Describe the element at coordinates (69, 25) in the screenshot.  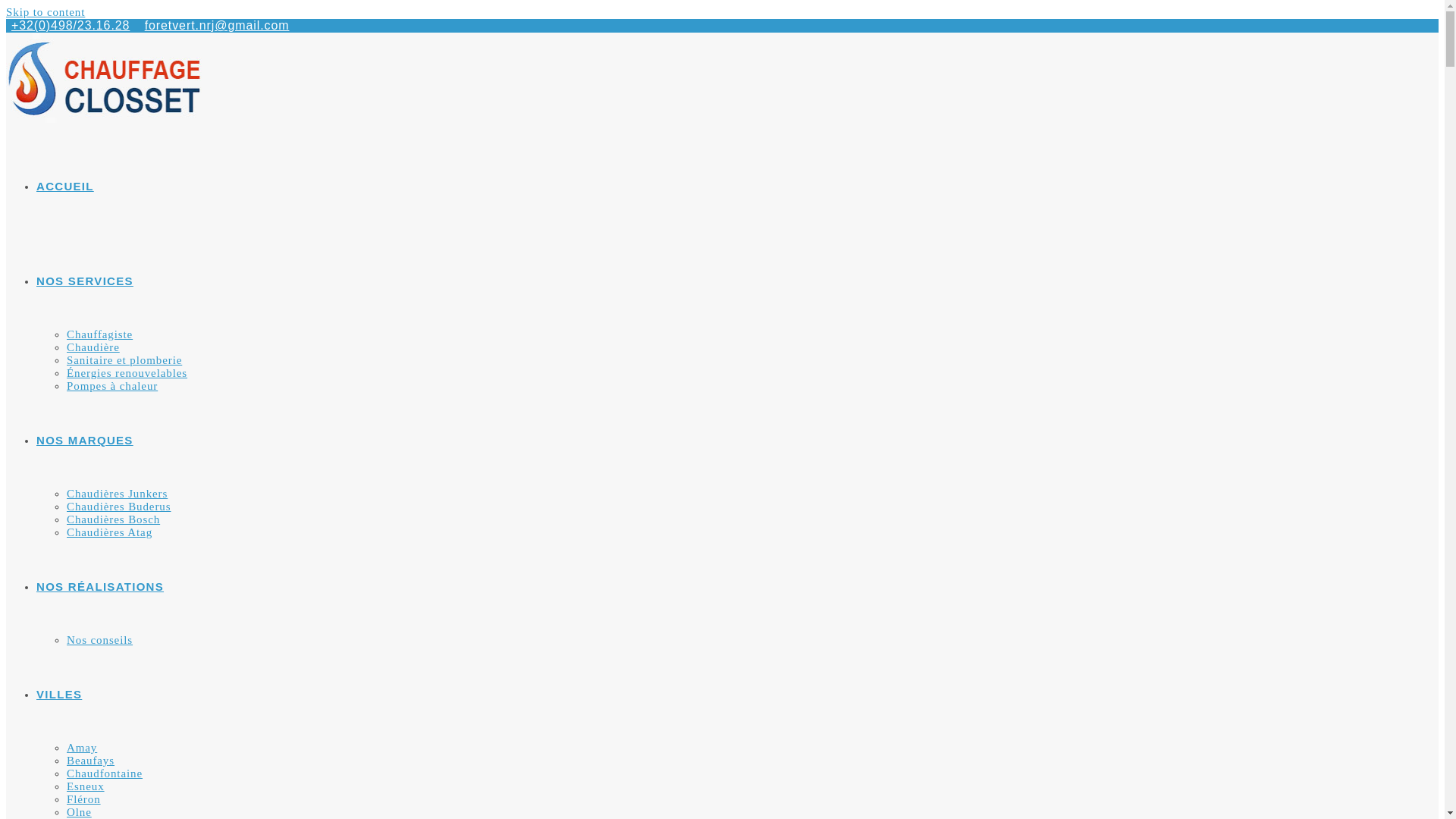
I see `'+32(0)498/23.16.28'` at that location.